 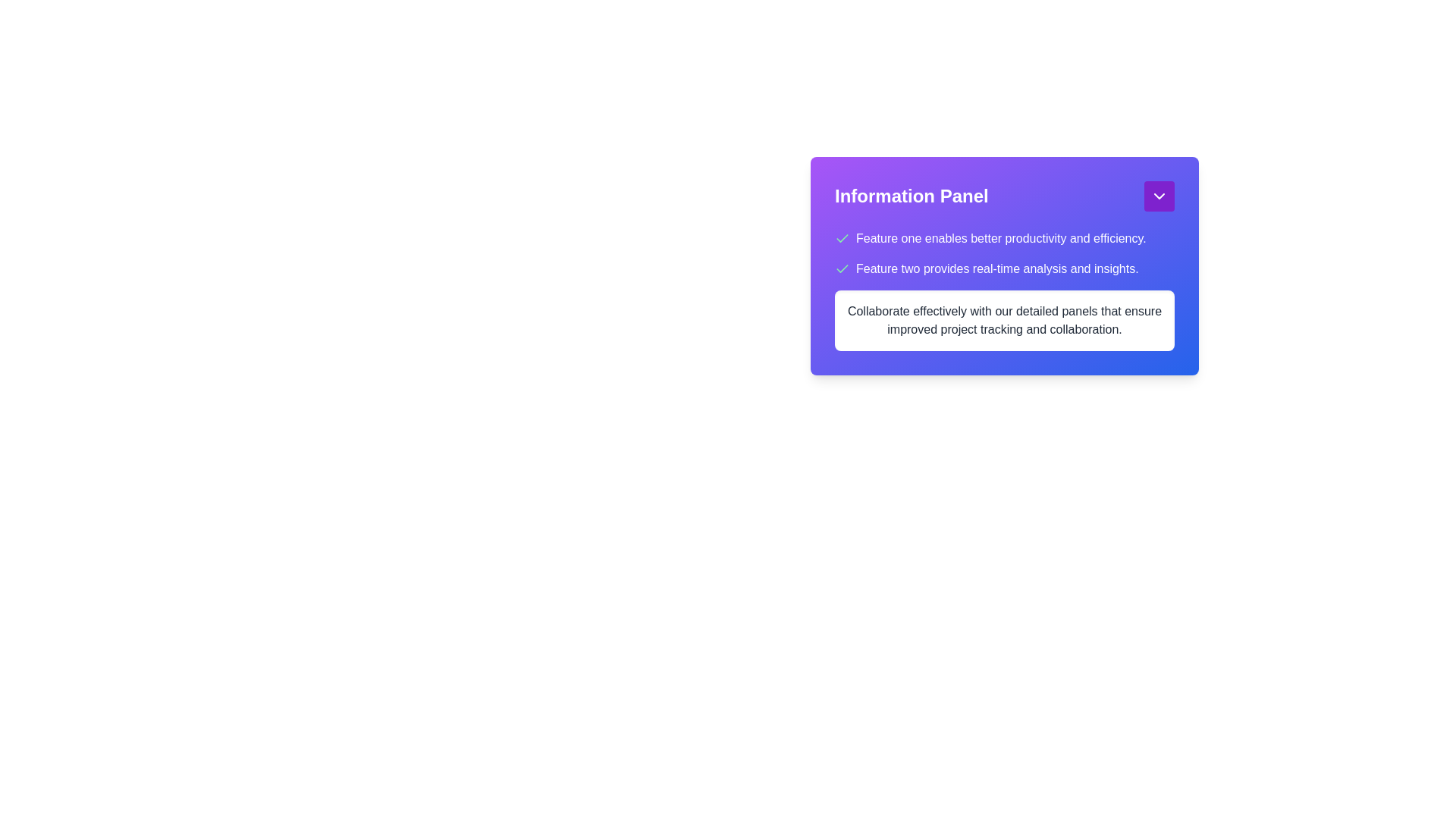 What do you see at coordinates (1001, 239) in the screenshot?
I see `the static text element that communicates a feature description, located next to a green checkmark icon and positioned in the top half of the information panel` at bounding box center [1001, 239].